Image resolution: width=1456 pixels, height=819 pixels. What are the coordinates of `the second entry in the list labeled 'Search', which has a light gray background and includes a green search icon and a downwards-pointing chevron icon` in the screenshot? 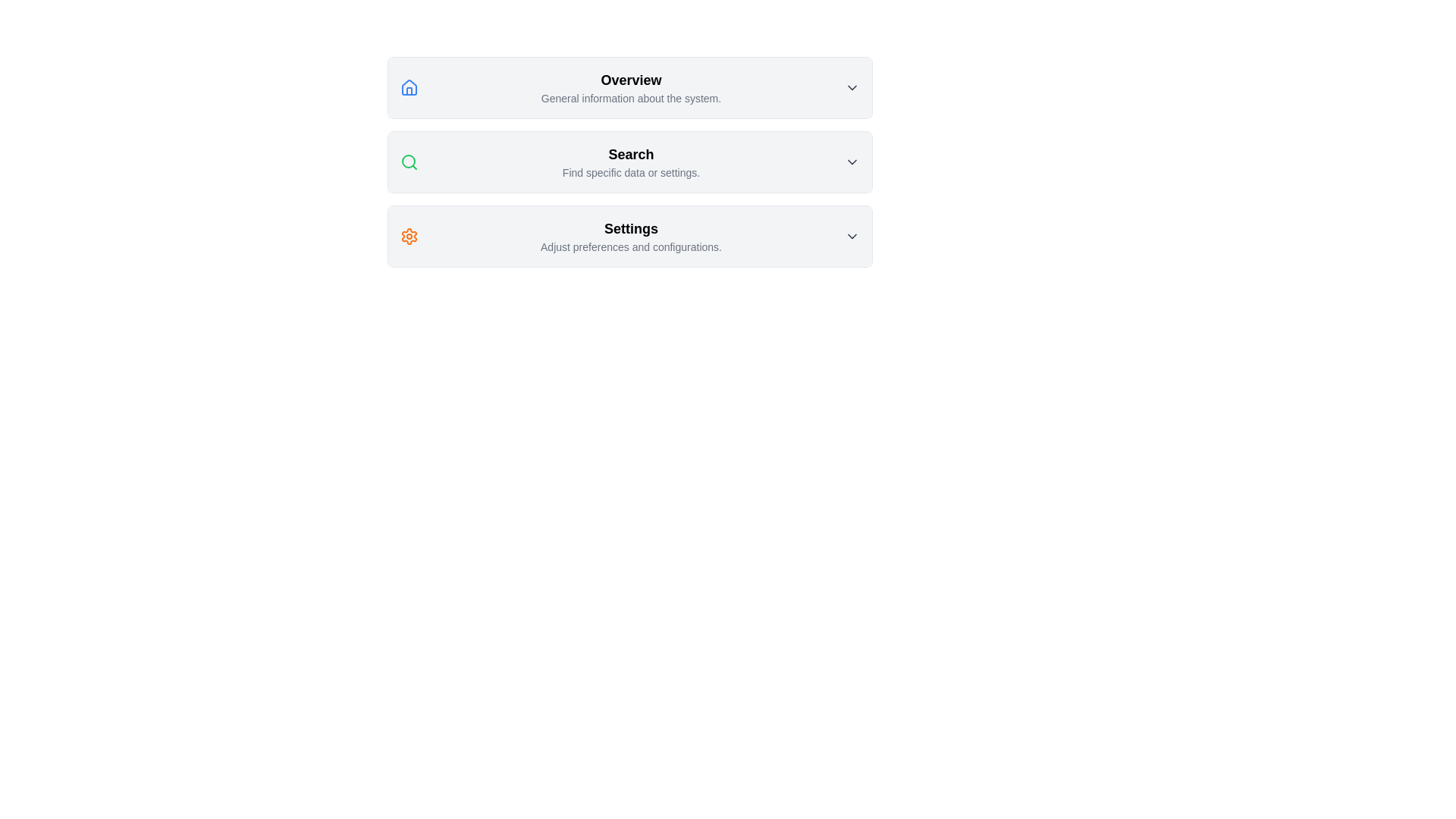 It's located at (629, 162).